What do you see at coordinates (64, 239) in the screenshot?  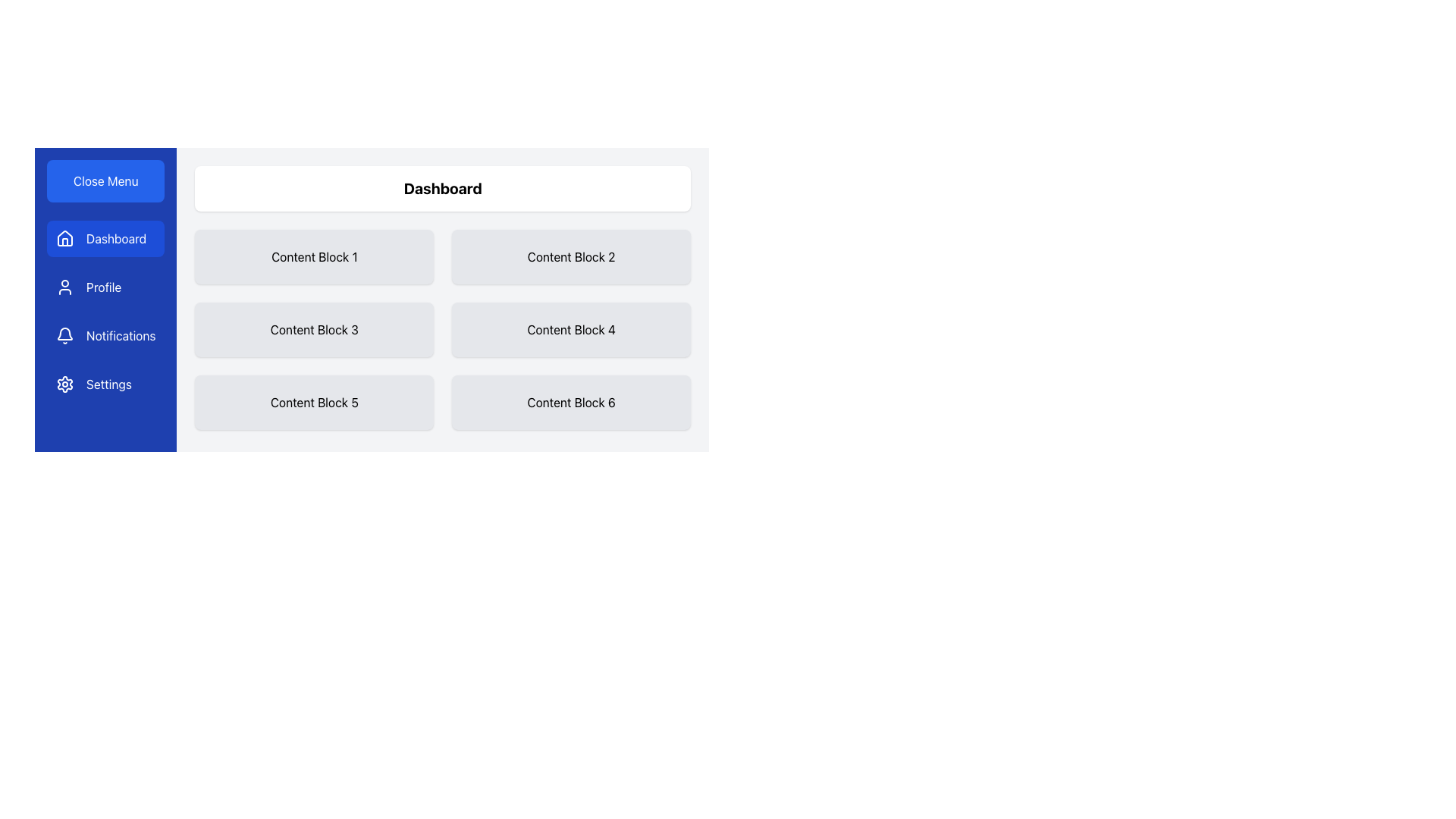 I see `the SVG icon representing the 'Dashboard' section located on the left navigation menu next to the 'Dashboard' label` at bounding box center [64, 239].